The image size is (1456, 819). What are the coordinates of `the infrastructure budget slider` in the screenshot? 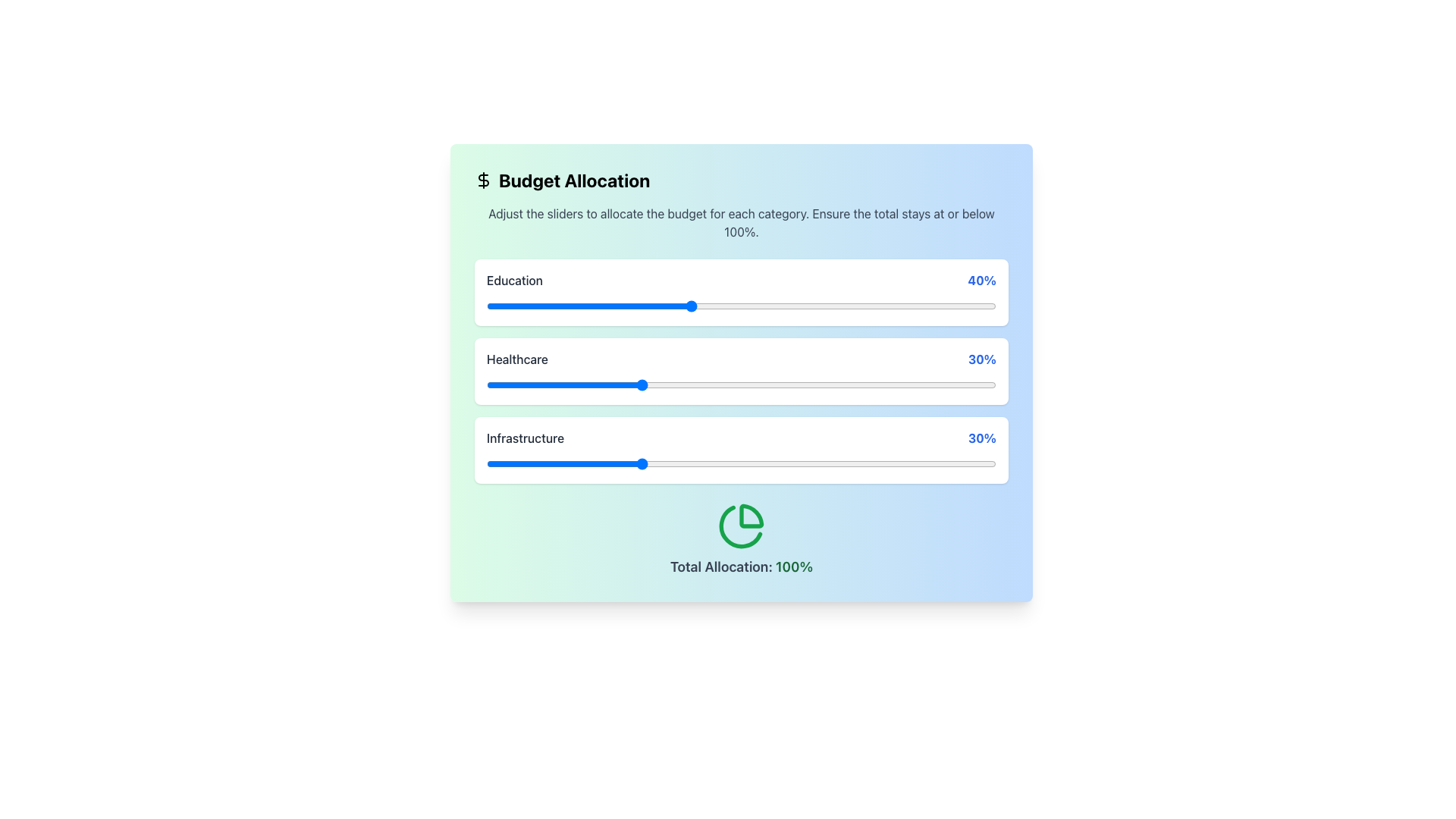 It's located at (502, 463).